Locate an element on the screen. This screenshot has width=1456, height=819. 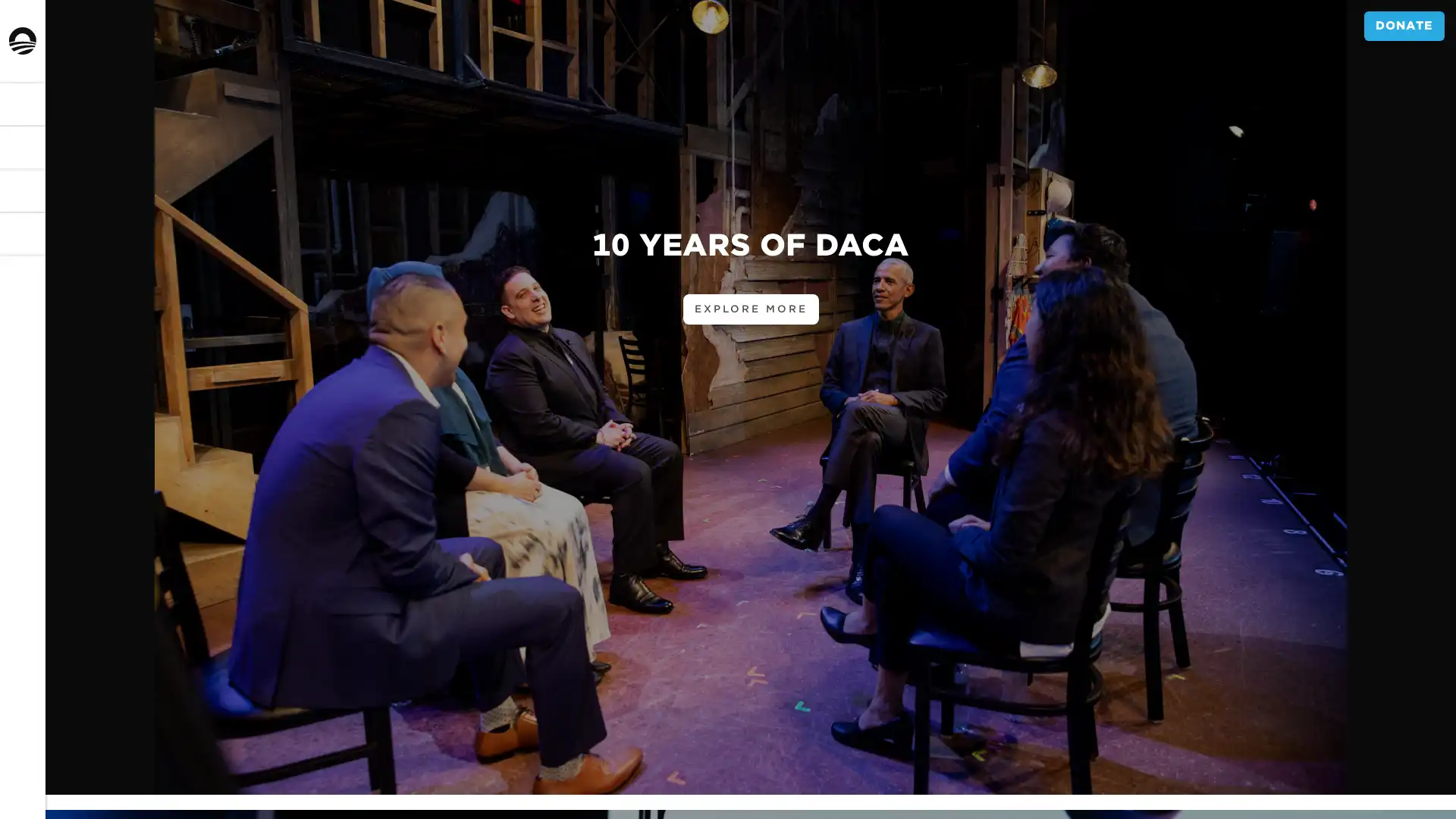
Sign up is located at coordinates (47, 466).